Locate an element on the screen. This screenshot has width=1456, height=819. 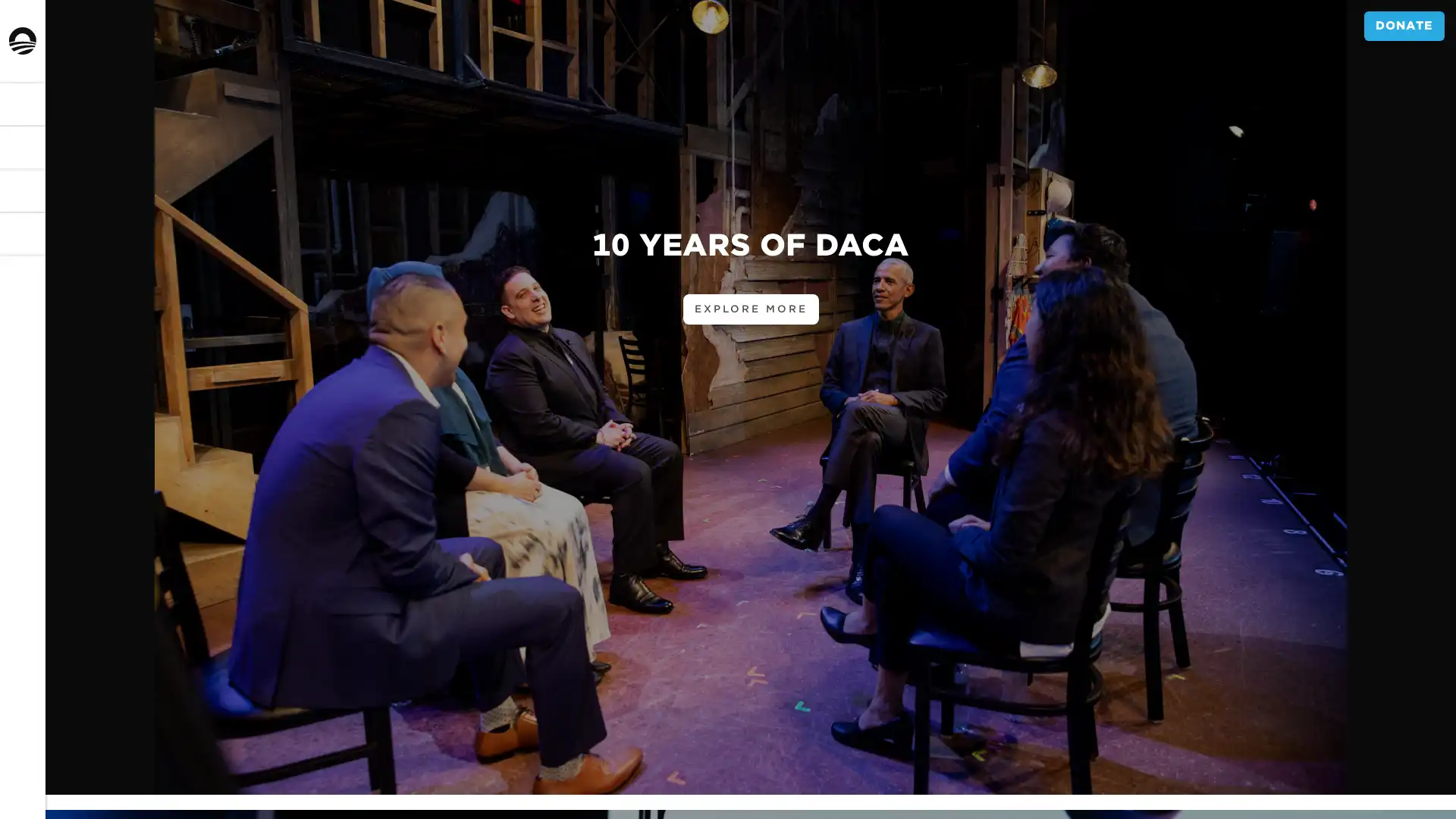
Sign up is located at coordinates (47, 466).